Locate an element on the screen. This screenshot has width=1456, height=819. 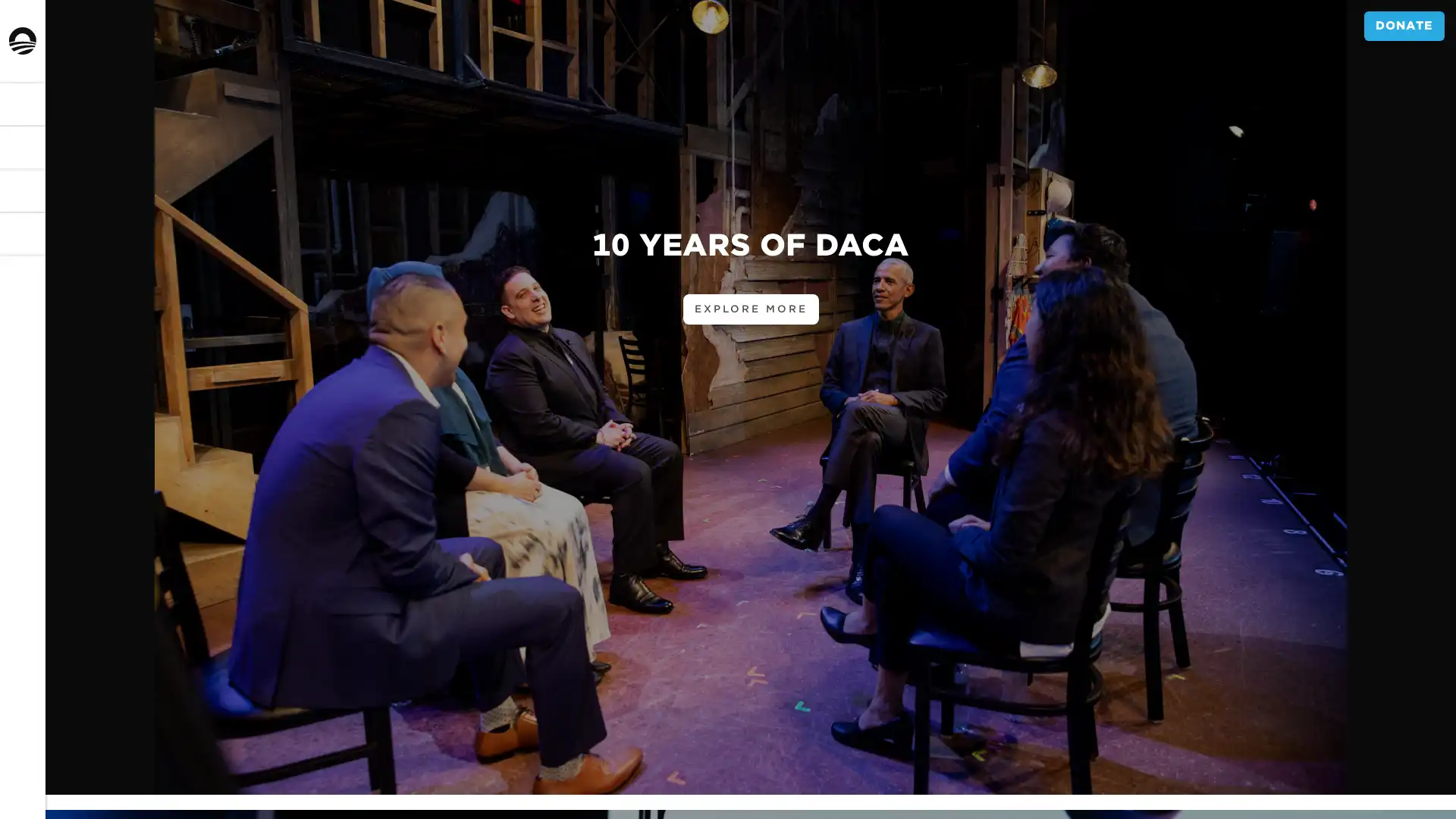
Sign up is located at coordinates (47, 466).